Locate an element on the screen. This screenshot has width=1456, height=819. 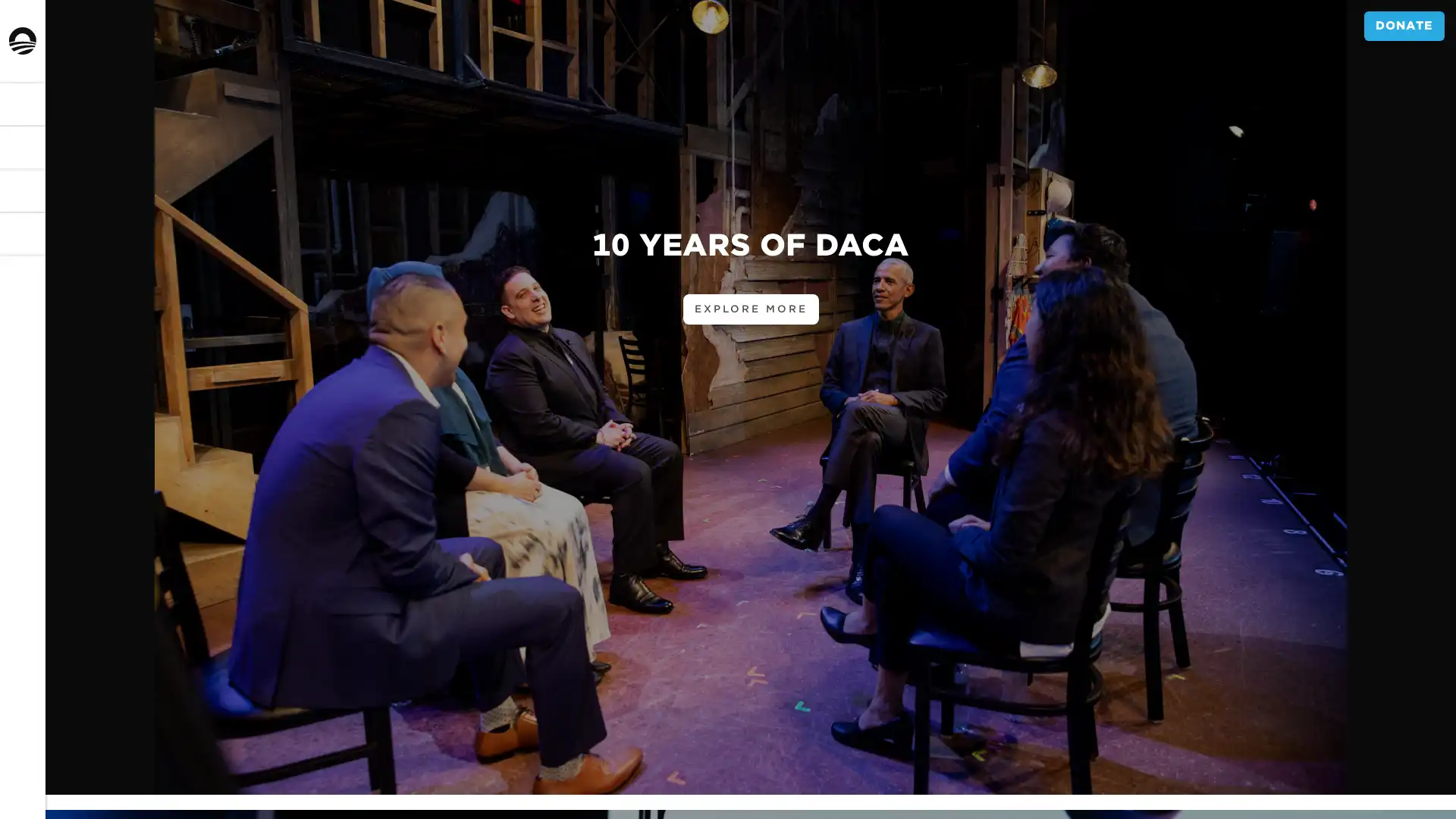
Sign up is located at coordinates (47, 466).